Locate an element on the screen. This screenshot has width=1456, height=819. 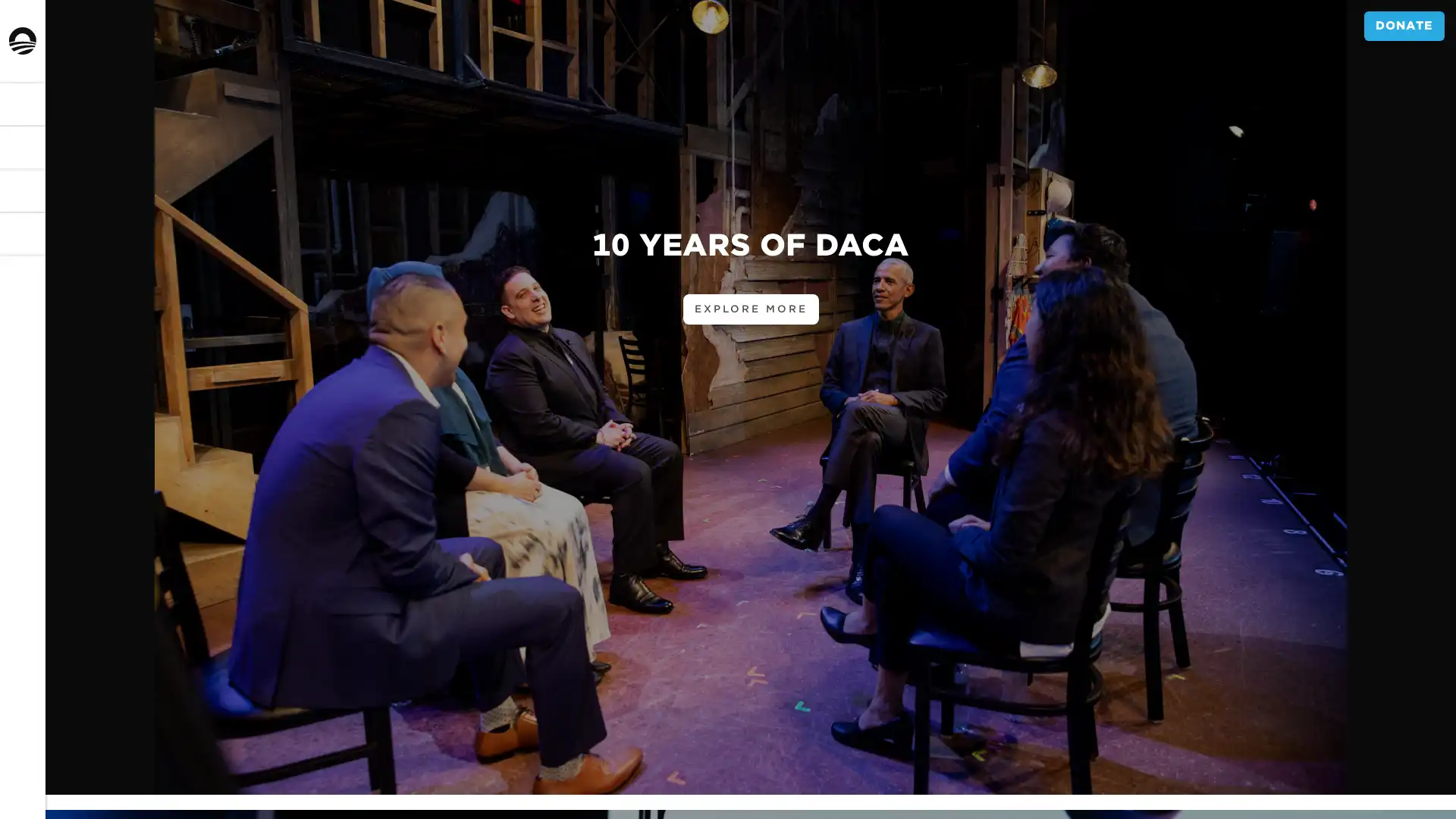
Sign up is located at coordinates (47, 466).